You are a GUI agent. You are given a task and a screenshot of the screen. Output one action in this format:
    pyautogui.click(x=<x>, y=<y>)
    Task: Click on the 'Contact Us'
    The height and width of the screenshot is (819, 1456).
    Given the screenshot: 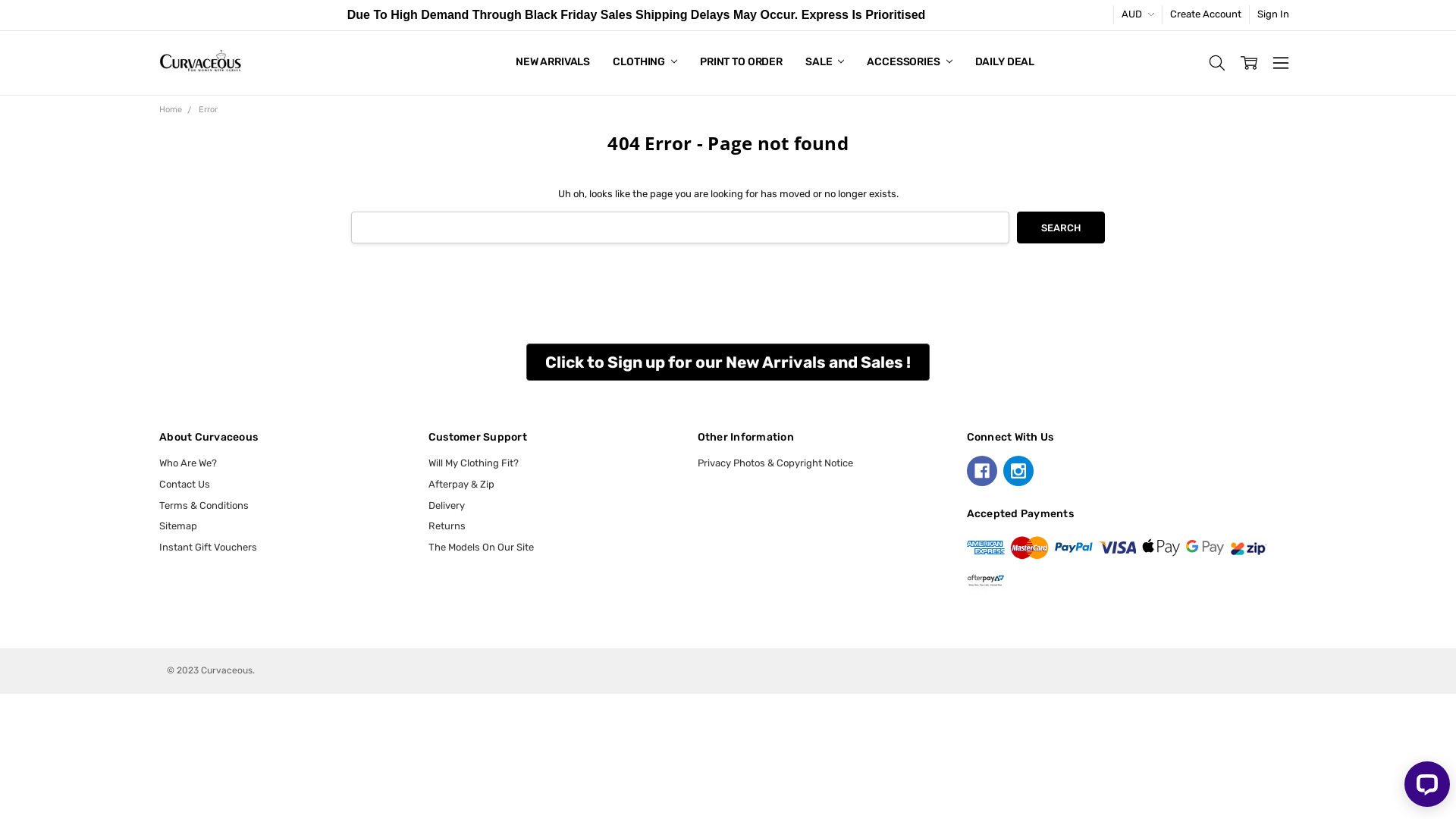 What is the action you would take?
    pyautogui.click(x=159, y=484)
    